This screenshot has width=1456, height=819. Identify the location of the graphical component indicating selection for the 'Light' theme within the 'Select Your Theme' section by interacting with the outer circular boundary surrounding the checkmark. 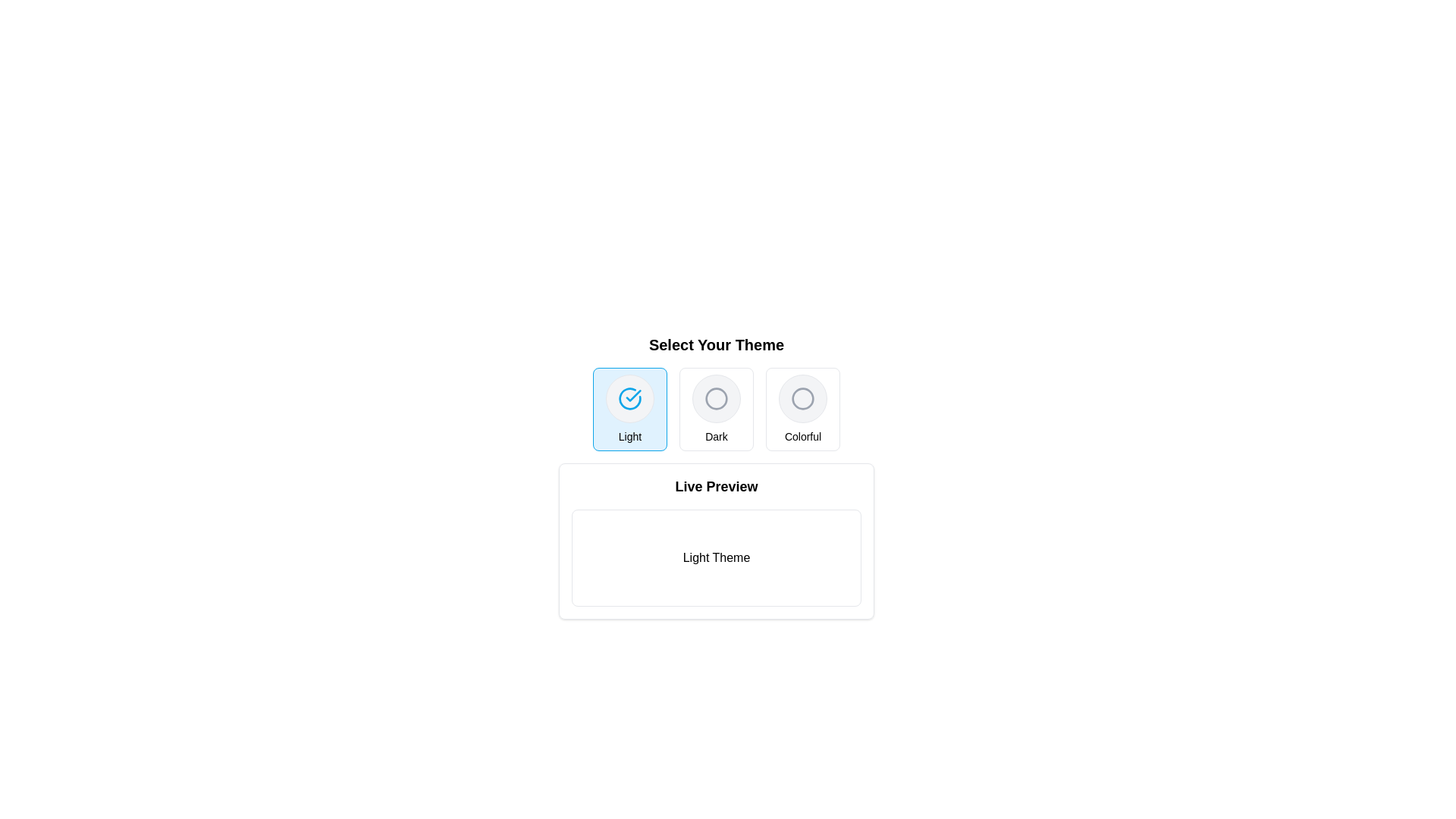
(629, 397).